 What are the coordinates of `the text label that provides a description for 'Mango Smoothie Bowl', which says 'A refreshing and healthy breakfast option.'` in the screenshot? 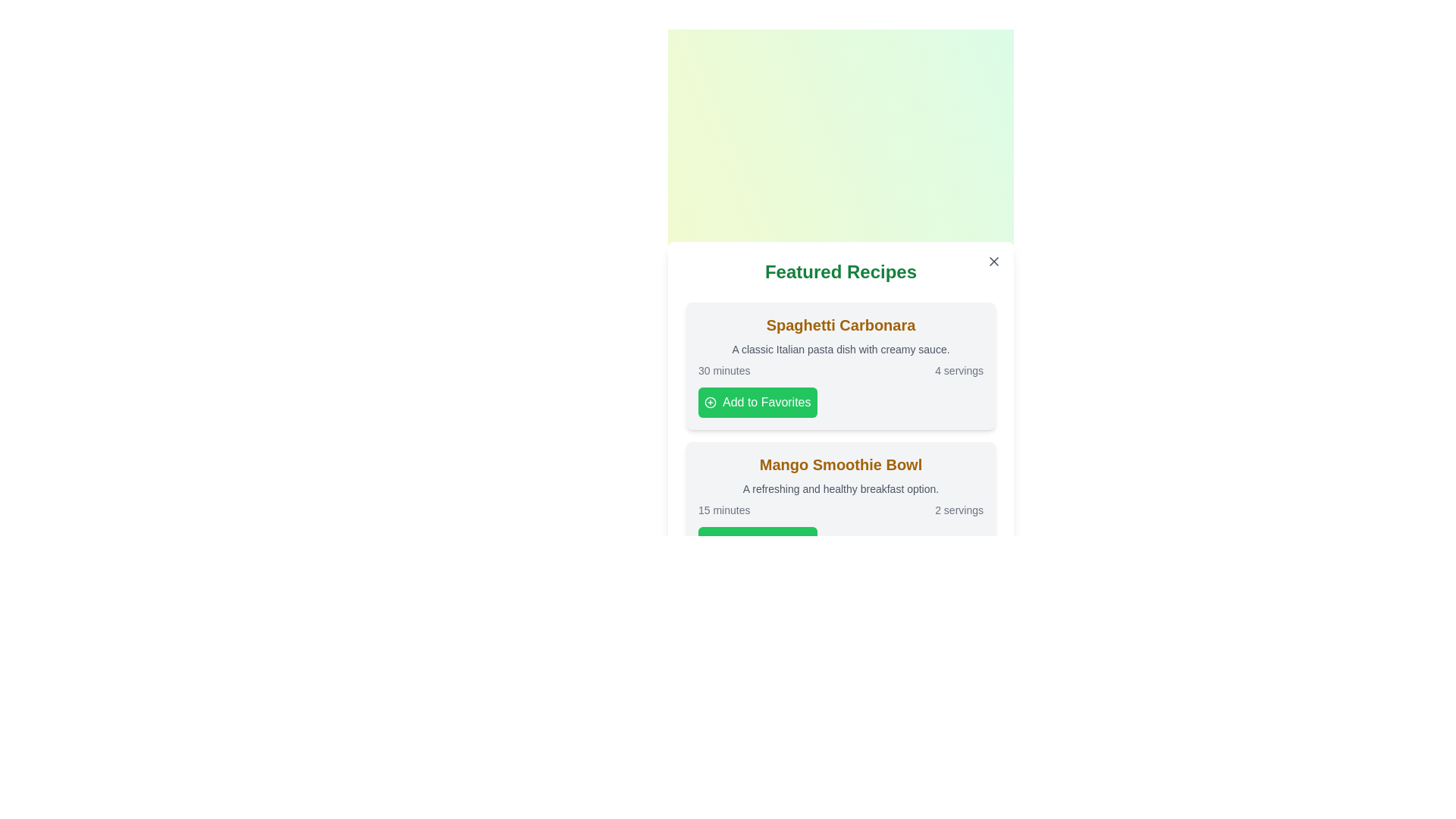 It's located at (839, 488).